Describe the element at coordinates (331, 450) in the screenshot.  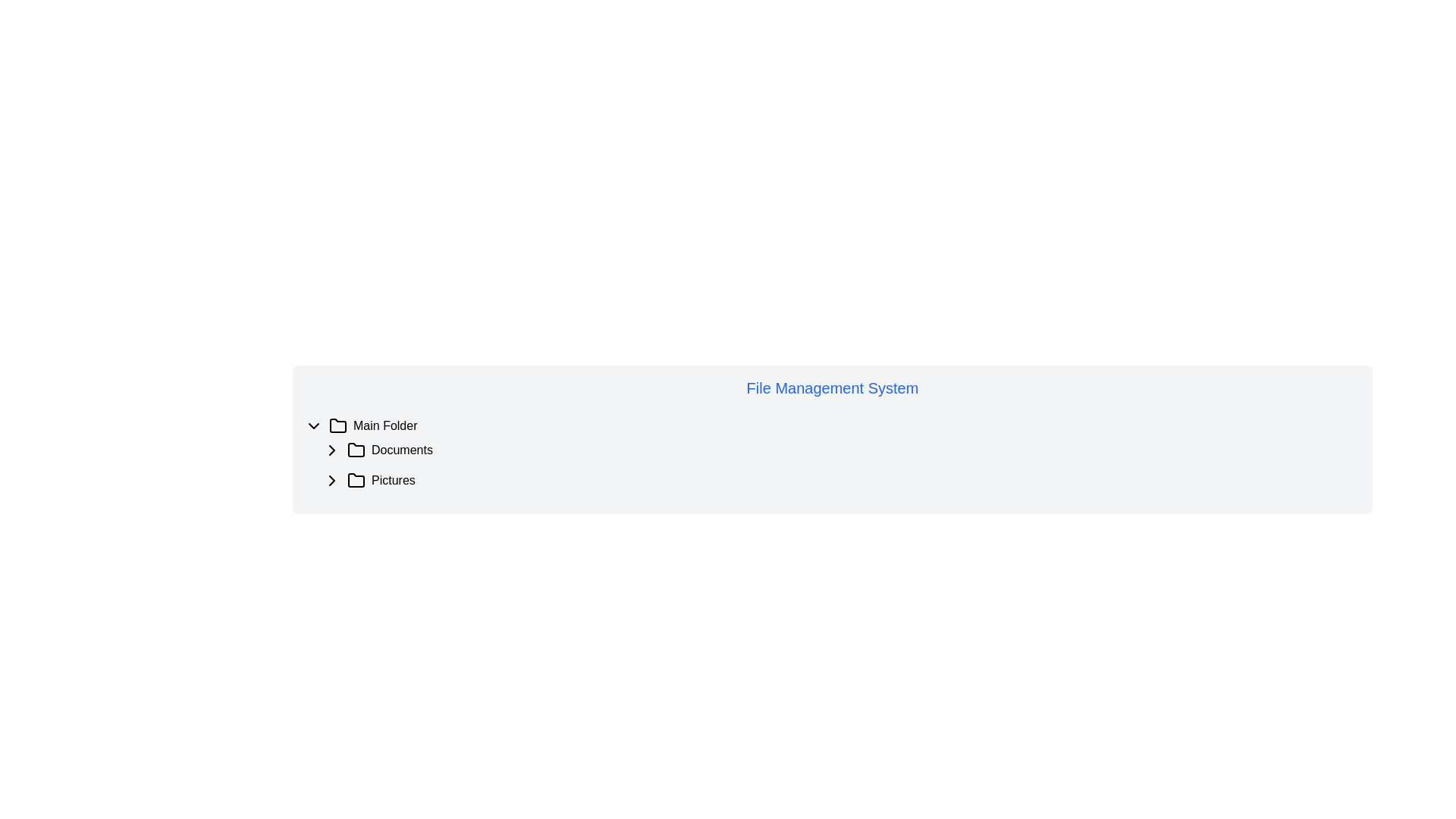
I see `the right-pointing arrow button, located adjacent to the label 'Documents'` at that location.